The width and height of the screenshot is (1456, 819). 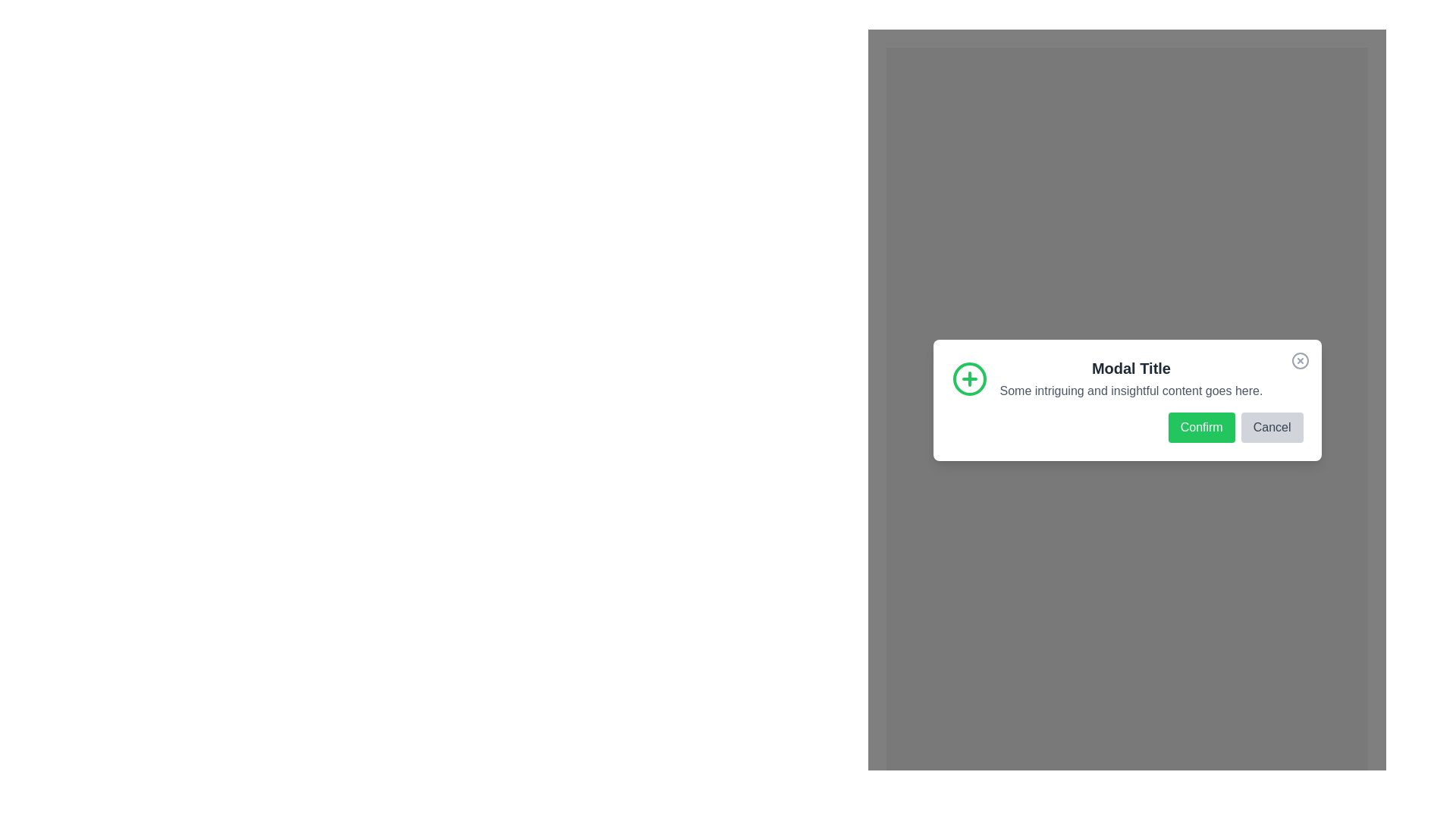 What do you see at coordinates (1131, 368) in the screenshot?
I see `bold text element titled 'Modal Title' located centrally at the top of the modal dialog for context` at bounding box center [1131, 368].